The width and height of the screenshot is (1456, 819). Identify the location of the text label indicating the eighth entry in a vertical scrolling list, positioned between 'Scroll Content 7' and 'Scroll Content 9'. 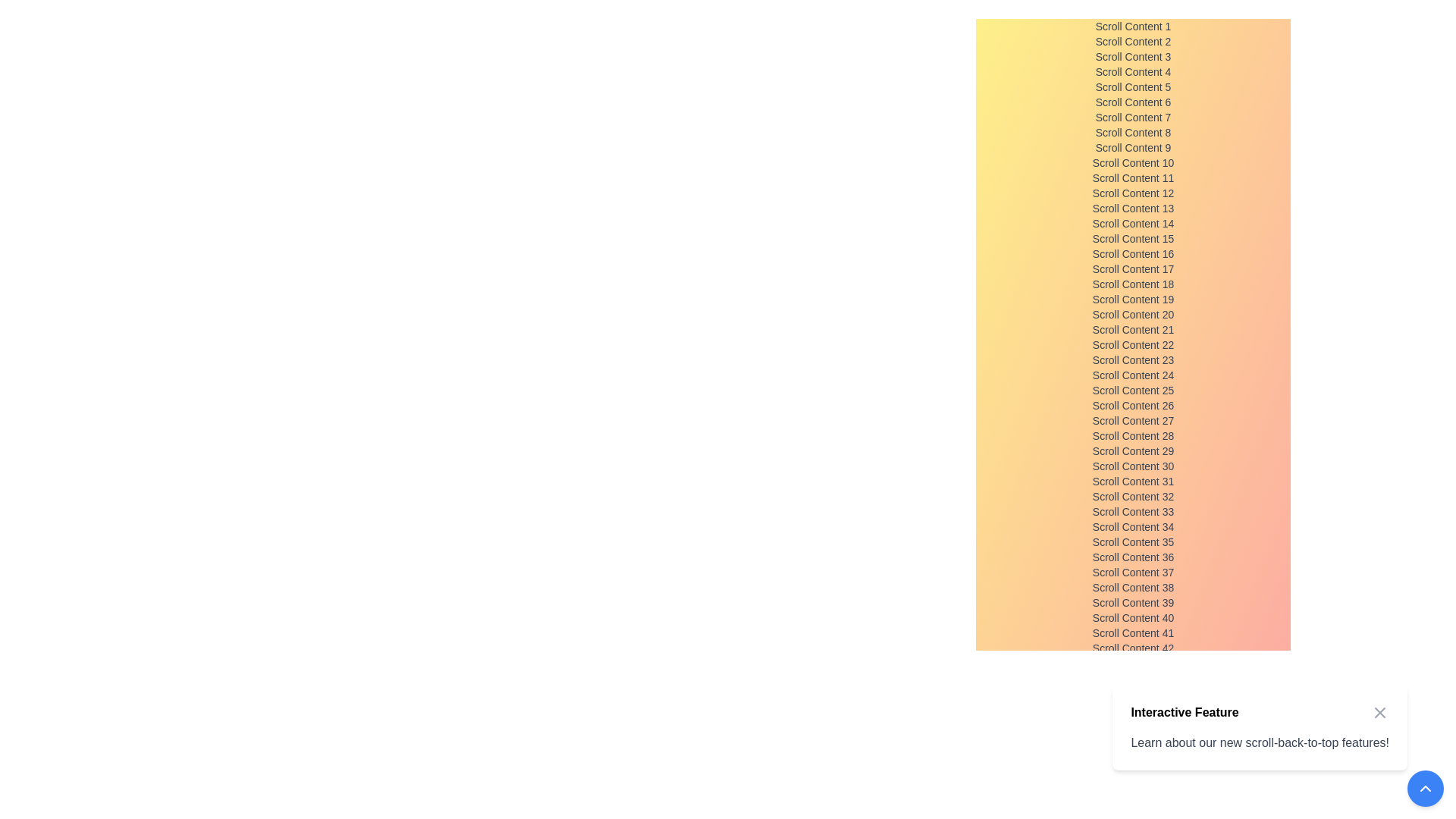
(1133, 131).